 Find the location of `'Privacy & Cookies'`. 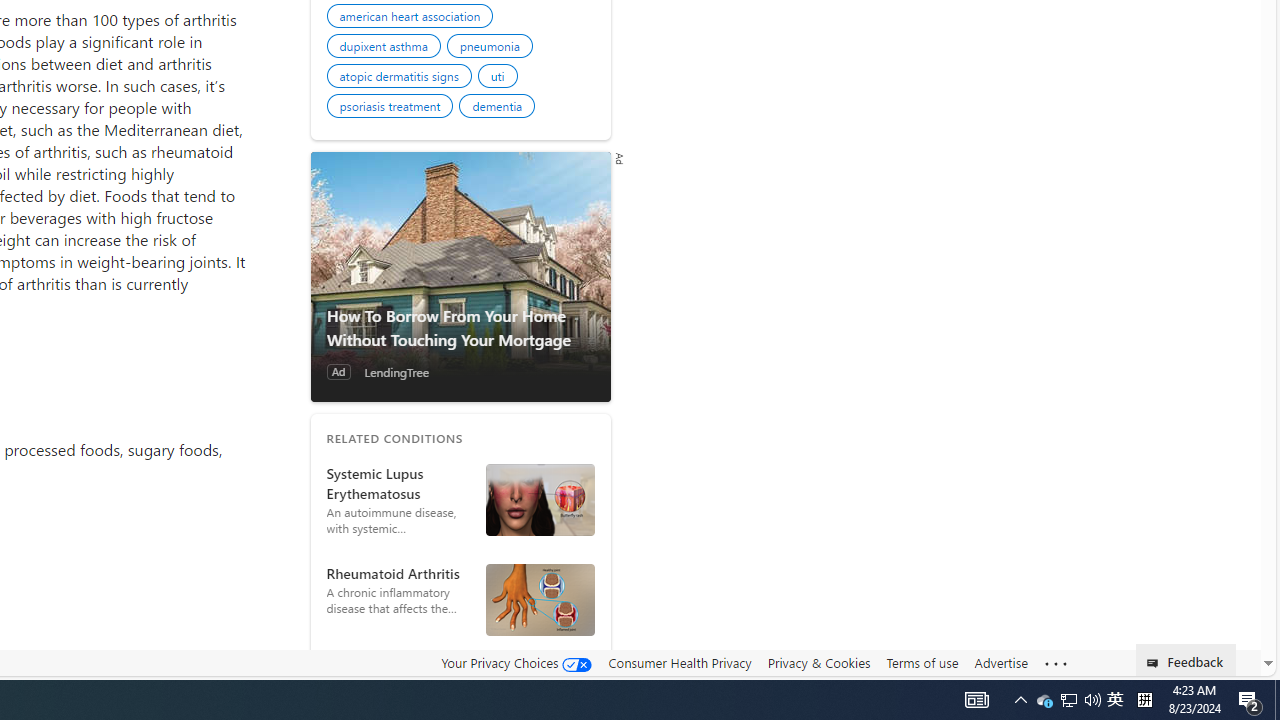

'Privacy & Cookies' is located at coordinates (818, 663).